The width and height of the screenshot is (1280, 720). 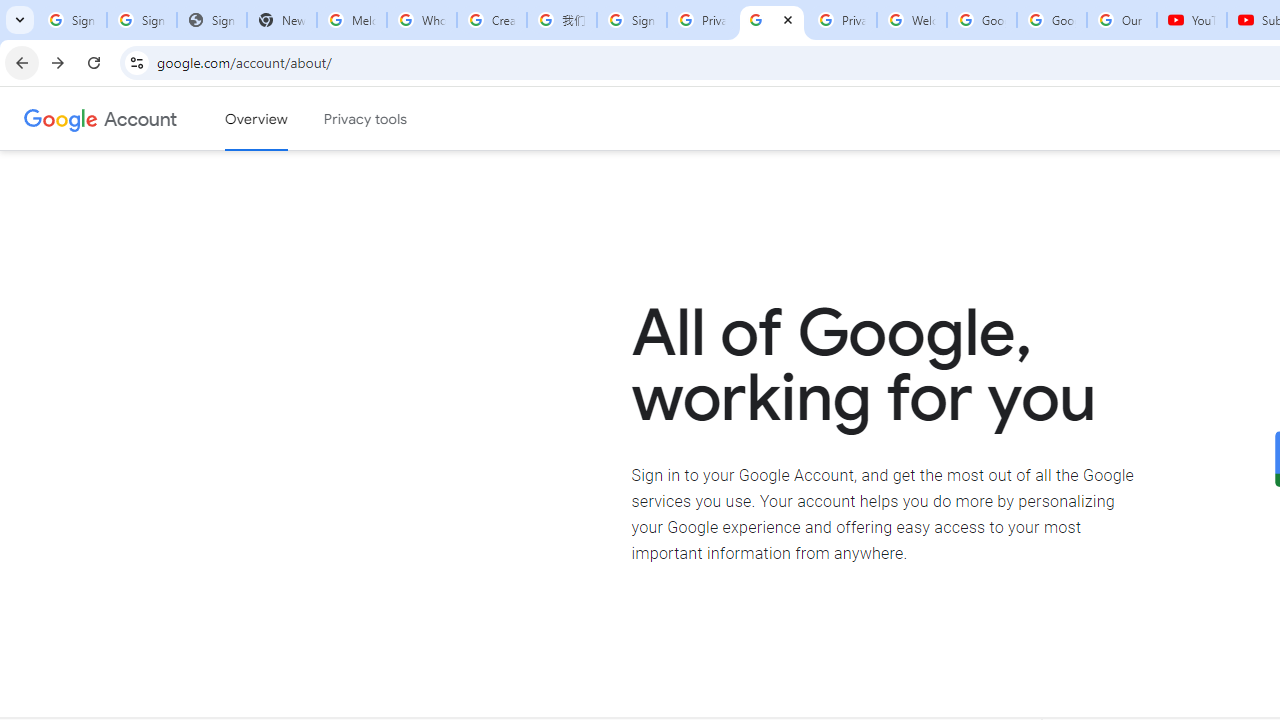 I want to click on 'Google Account', so click(x=139, y=118).